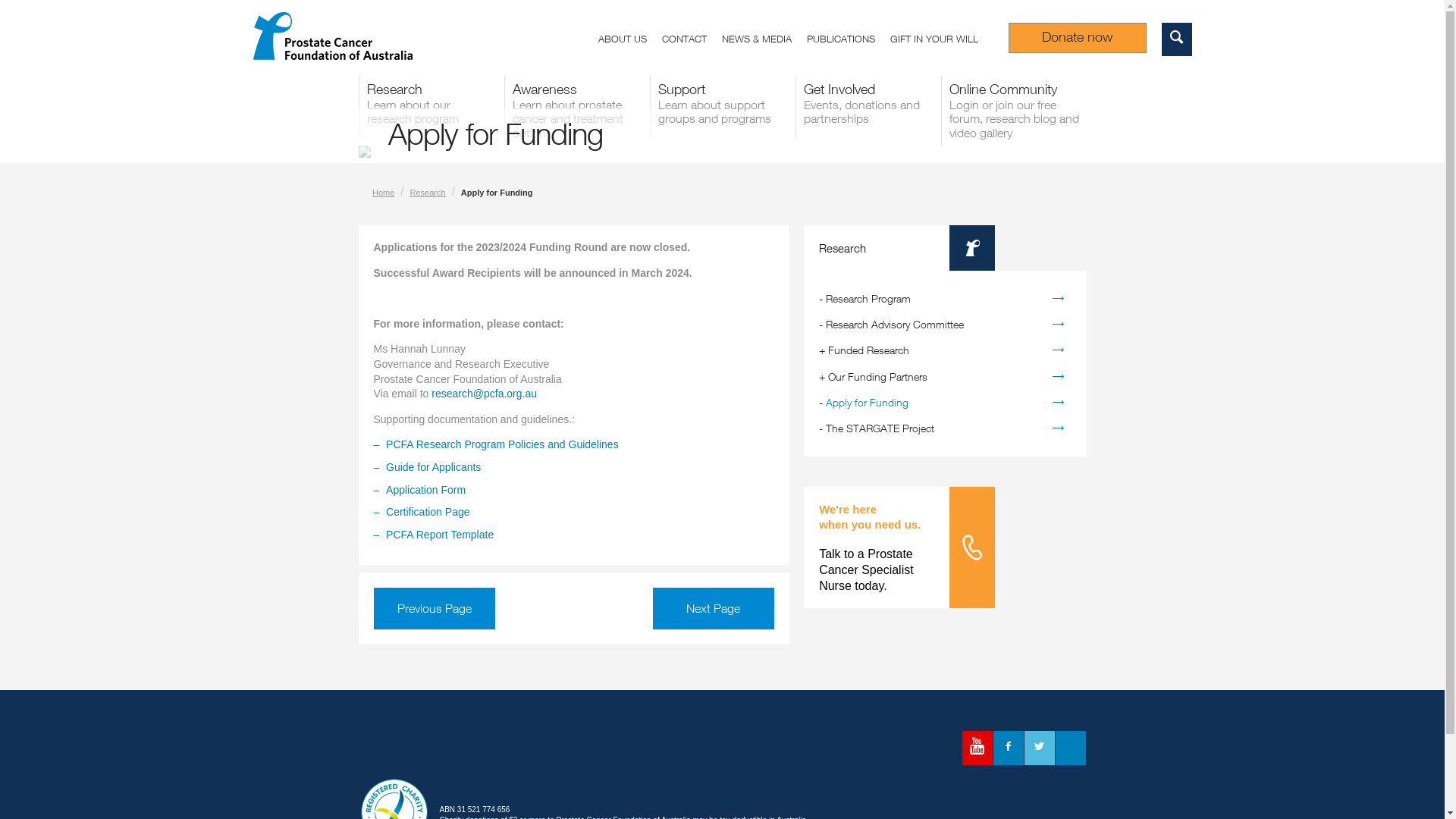 The image size is (1456, 819). I want to click on 'Awareness, so click(575, 110).